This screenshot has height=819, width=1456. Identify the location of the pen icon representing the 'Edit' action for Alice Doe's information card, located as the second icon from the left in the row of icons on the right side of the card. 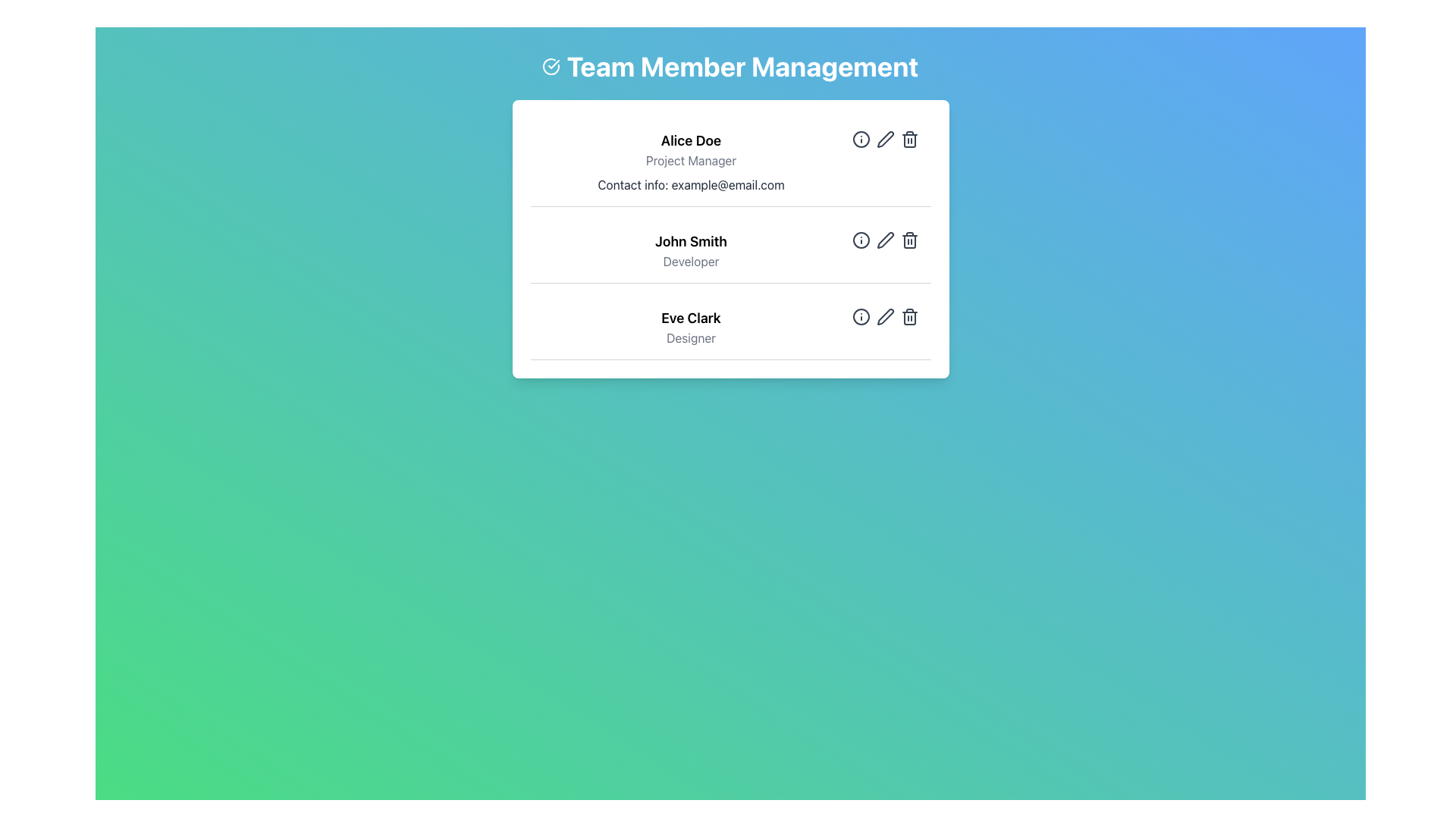
(885, 140).